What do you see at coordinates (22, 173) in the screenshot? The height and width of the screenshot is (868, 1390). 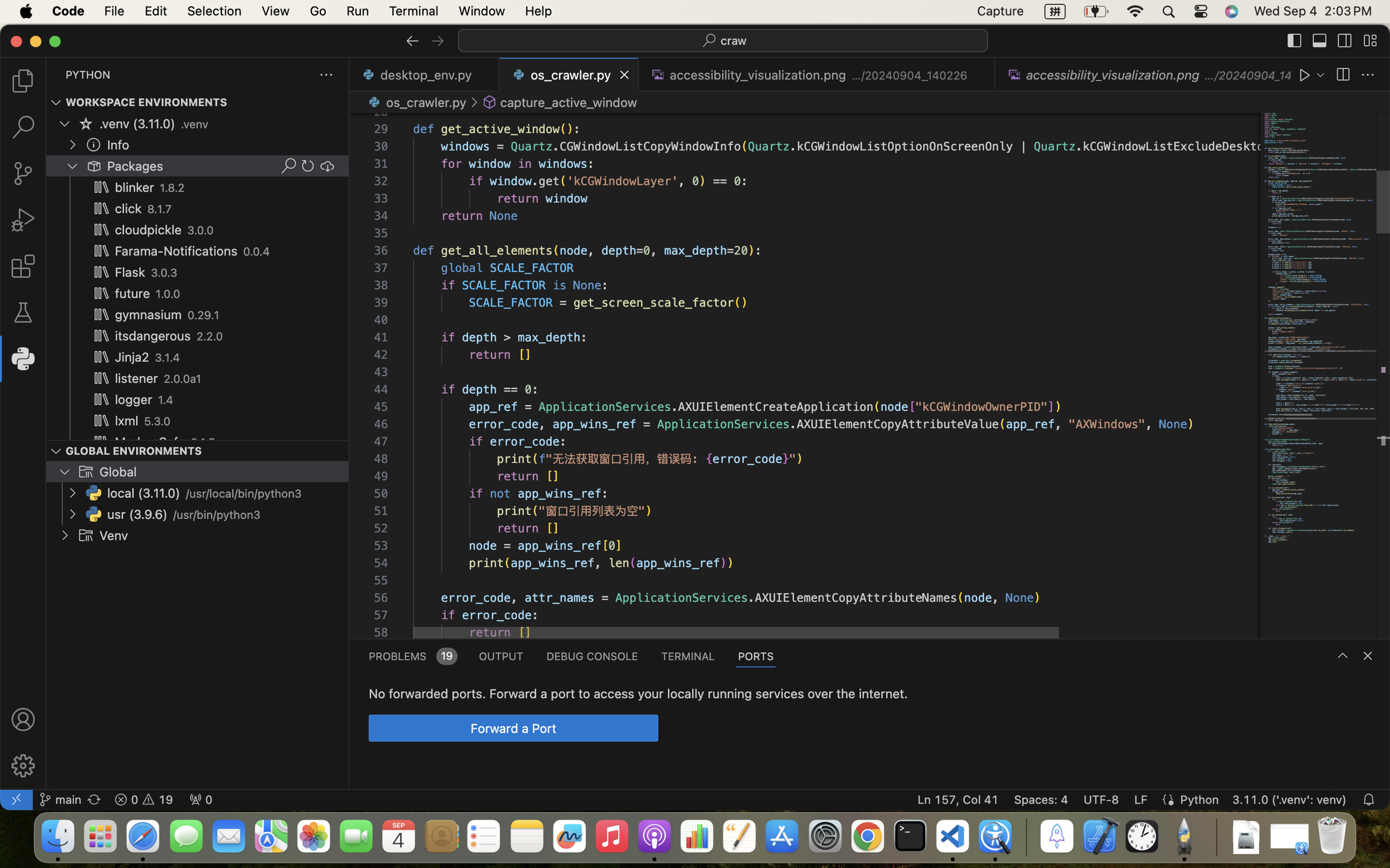 I see `'0 '` at bounding box center [22, 173].